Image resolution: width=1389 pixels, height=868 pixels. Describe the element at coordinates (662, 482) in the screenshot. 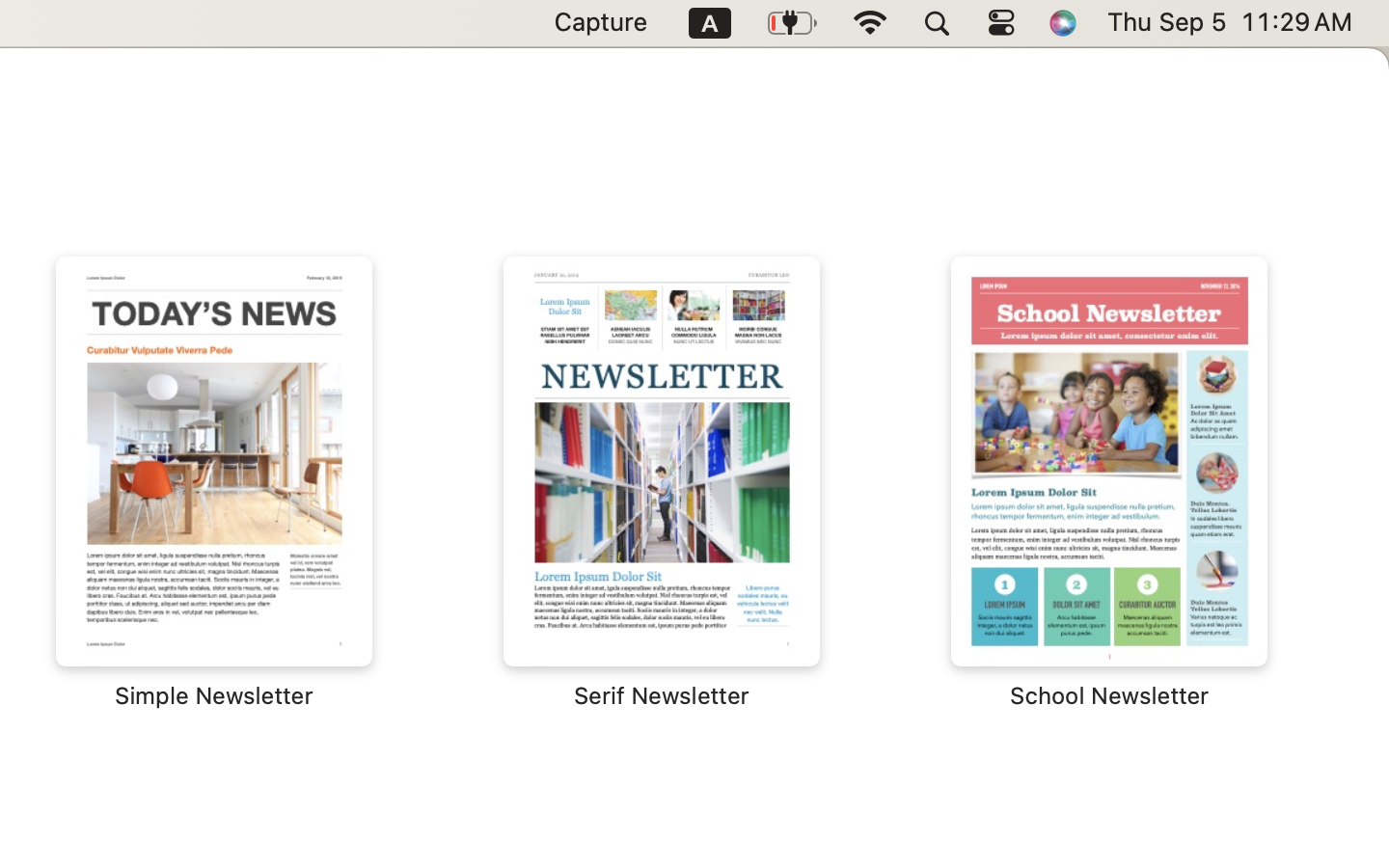

I see `'‎⁨Serif Newsletter⁩'` at that location.